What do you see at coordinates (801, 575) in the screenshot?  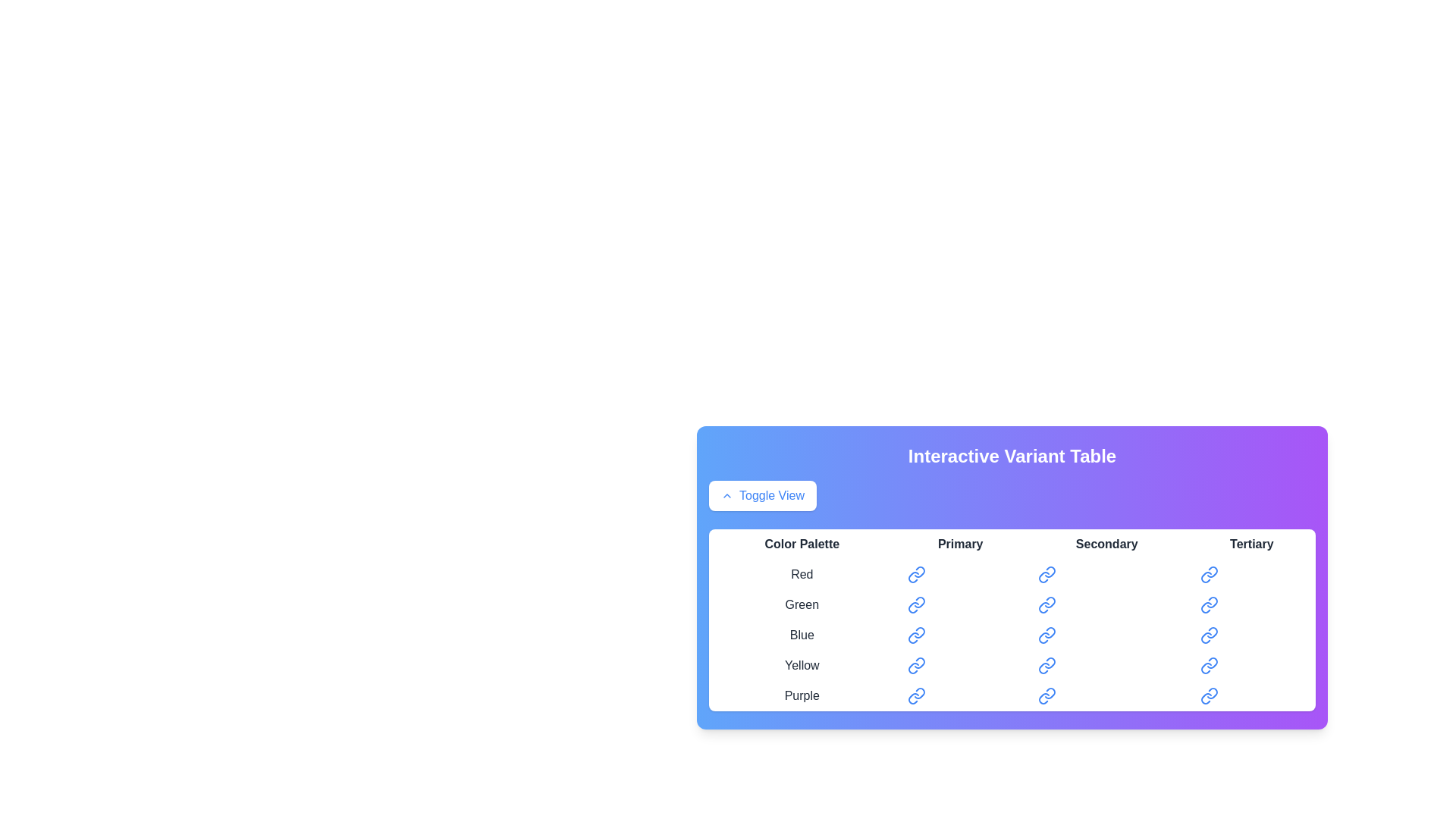 I see `the 'Red' color palette Text Label located at the top-left corner of the Color Palette column in the table` at bounding box center [801, 575].